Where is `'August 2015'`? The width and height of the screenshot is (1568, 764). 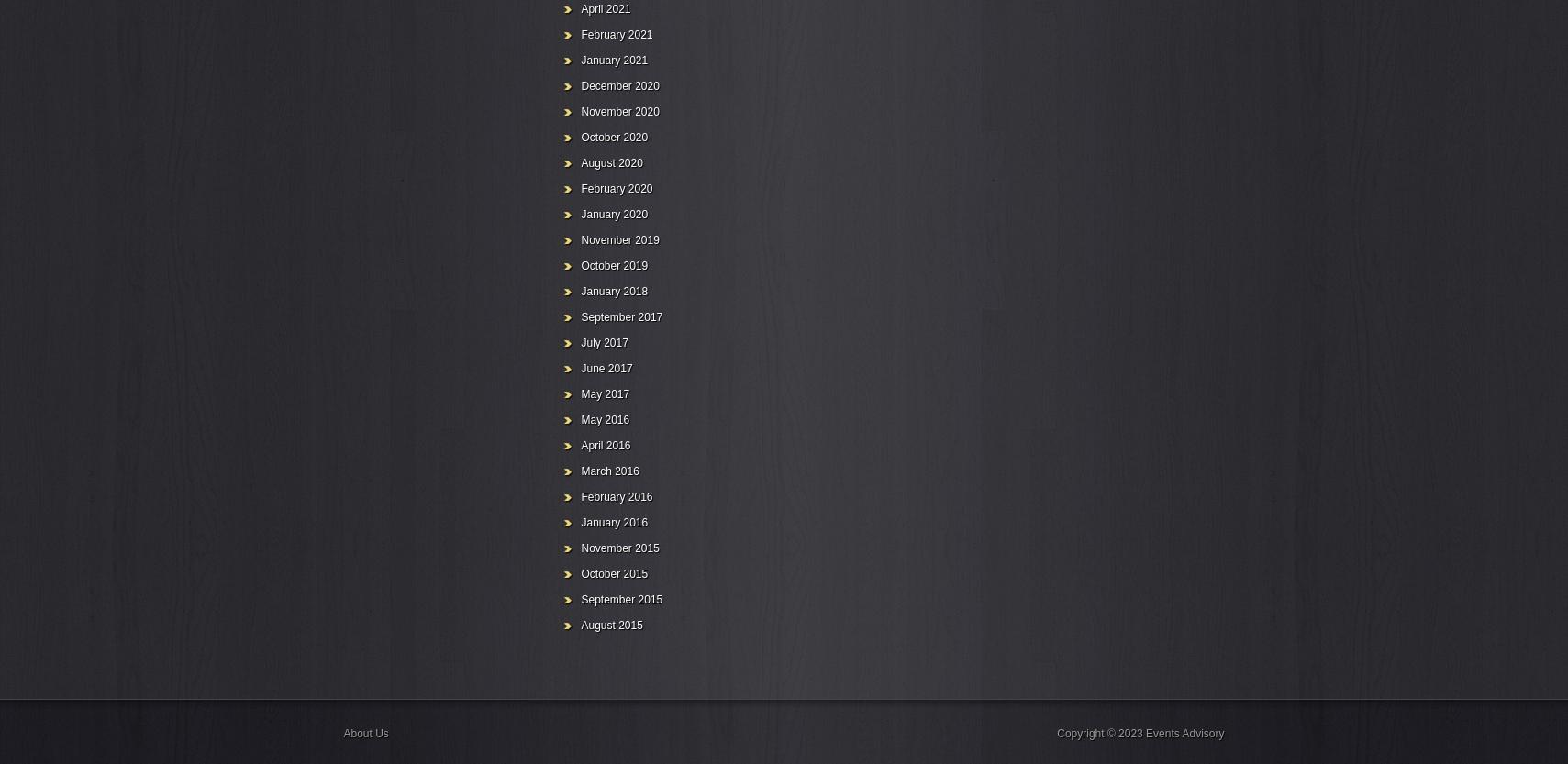 'August 2015' is located at coordinates (610, 624).